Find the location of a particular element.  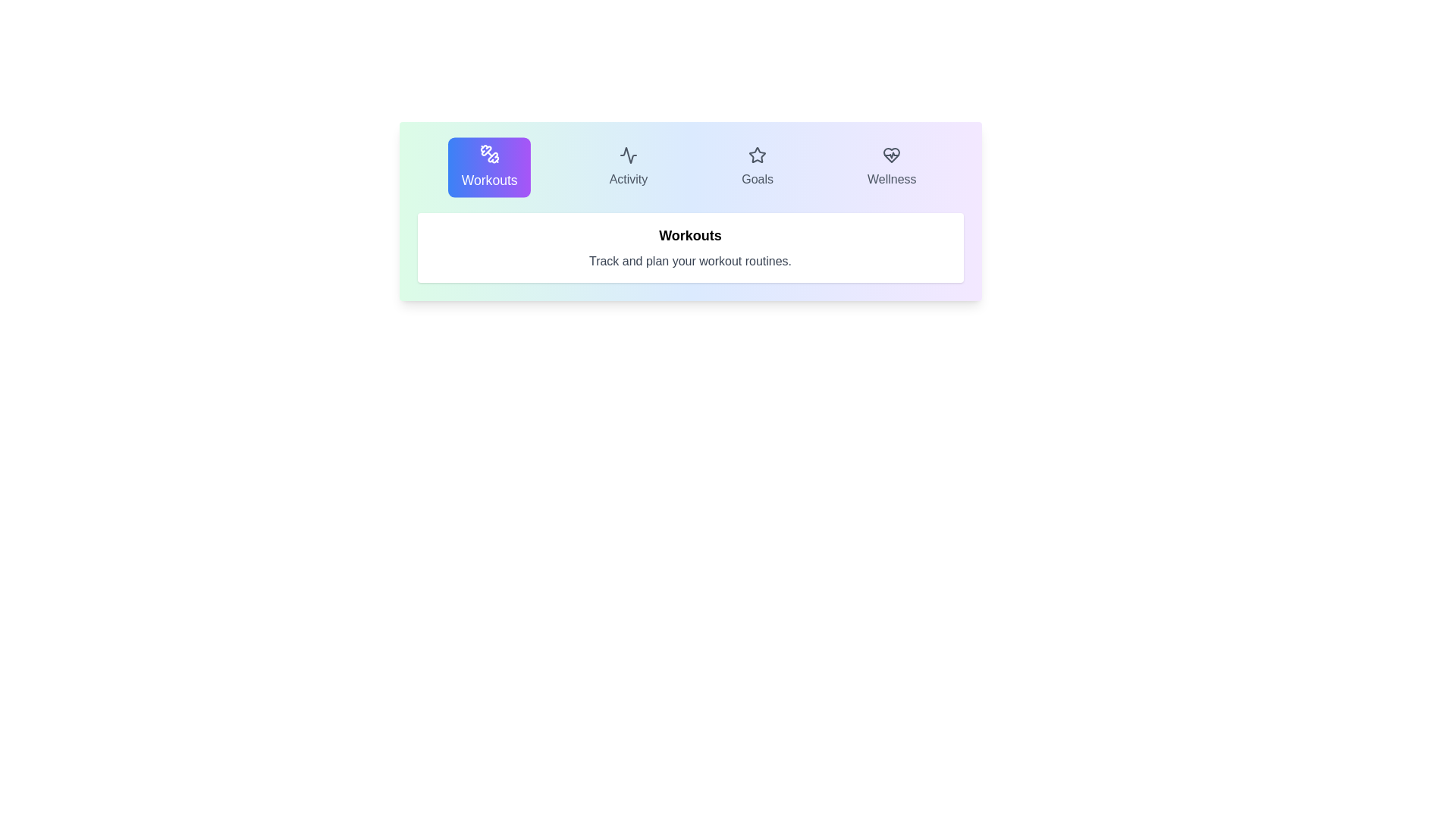

the Wellness button is located at coordinates (892, 155).